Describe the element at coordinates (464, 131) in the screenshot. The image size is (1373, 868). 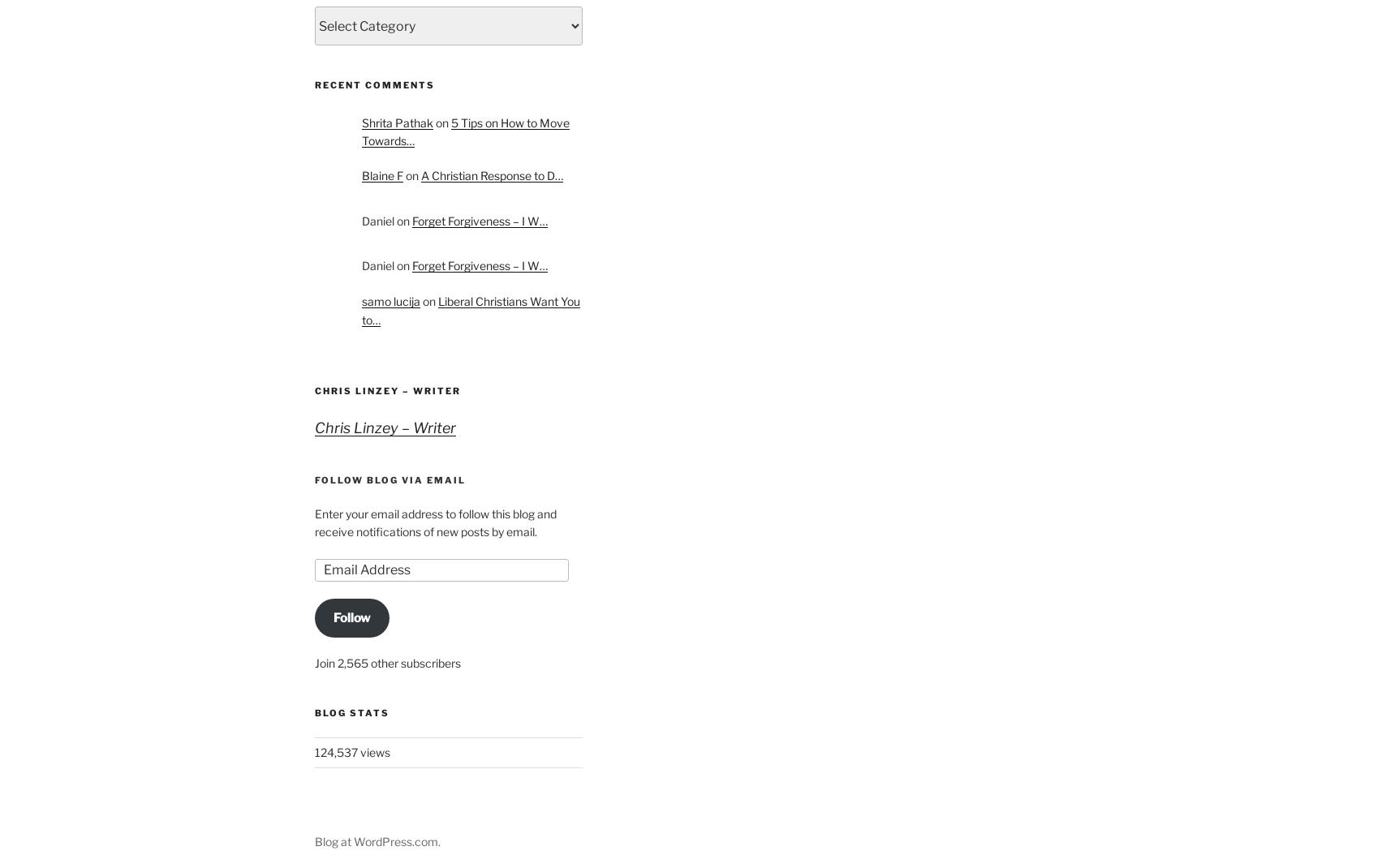
I see `'5 Tips on How to Move Towards…'` at that location.